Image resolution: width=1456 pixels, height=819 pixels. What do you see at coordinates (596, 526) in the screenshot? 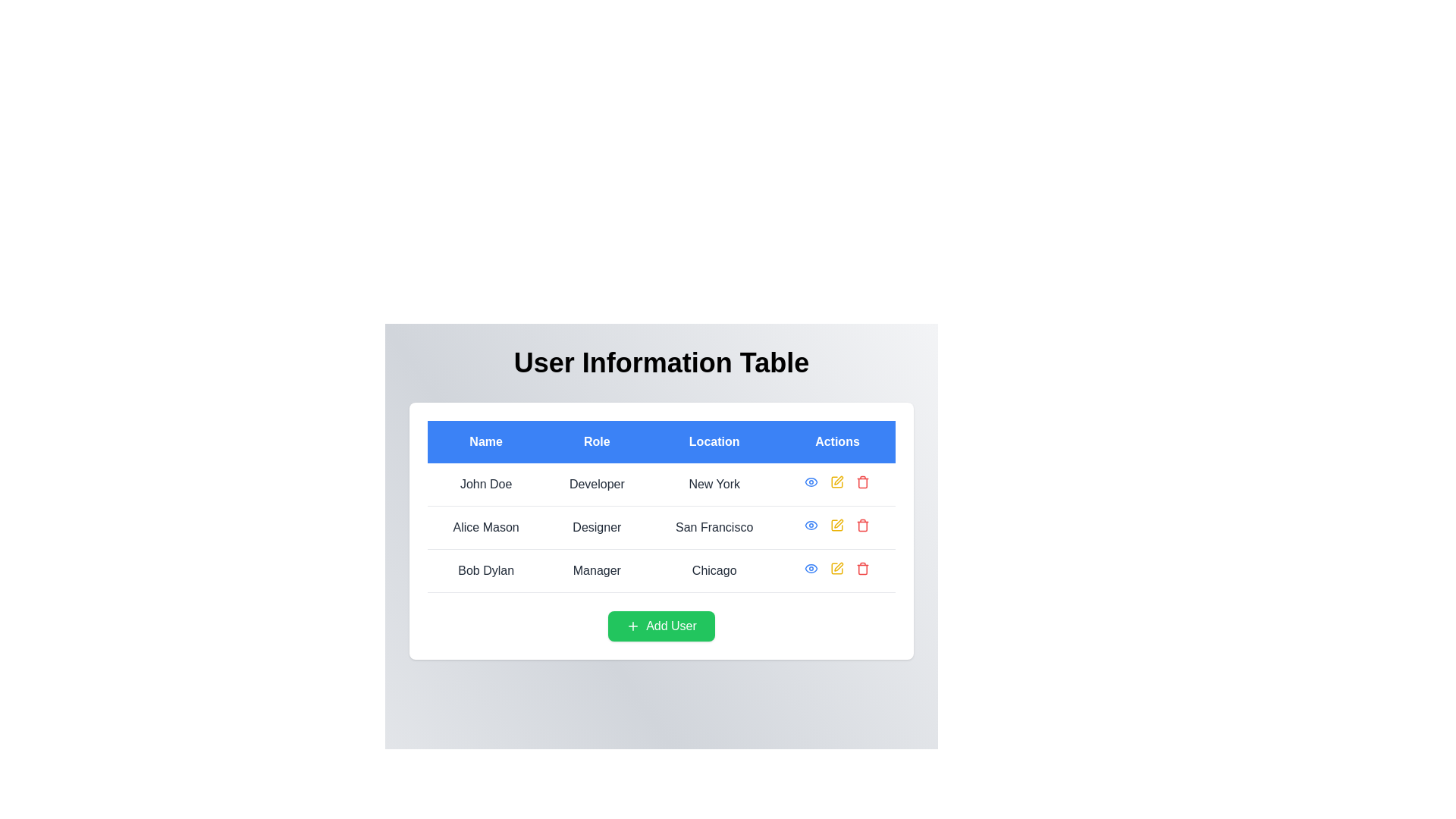
I see `the 'Designer' text label in the Role column of the user information table, which is positioned between 'Alice Mason' and 'San Francisco'` at bounding box center [596, 526].